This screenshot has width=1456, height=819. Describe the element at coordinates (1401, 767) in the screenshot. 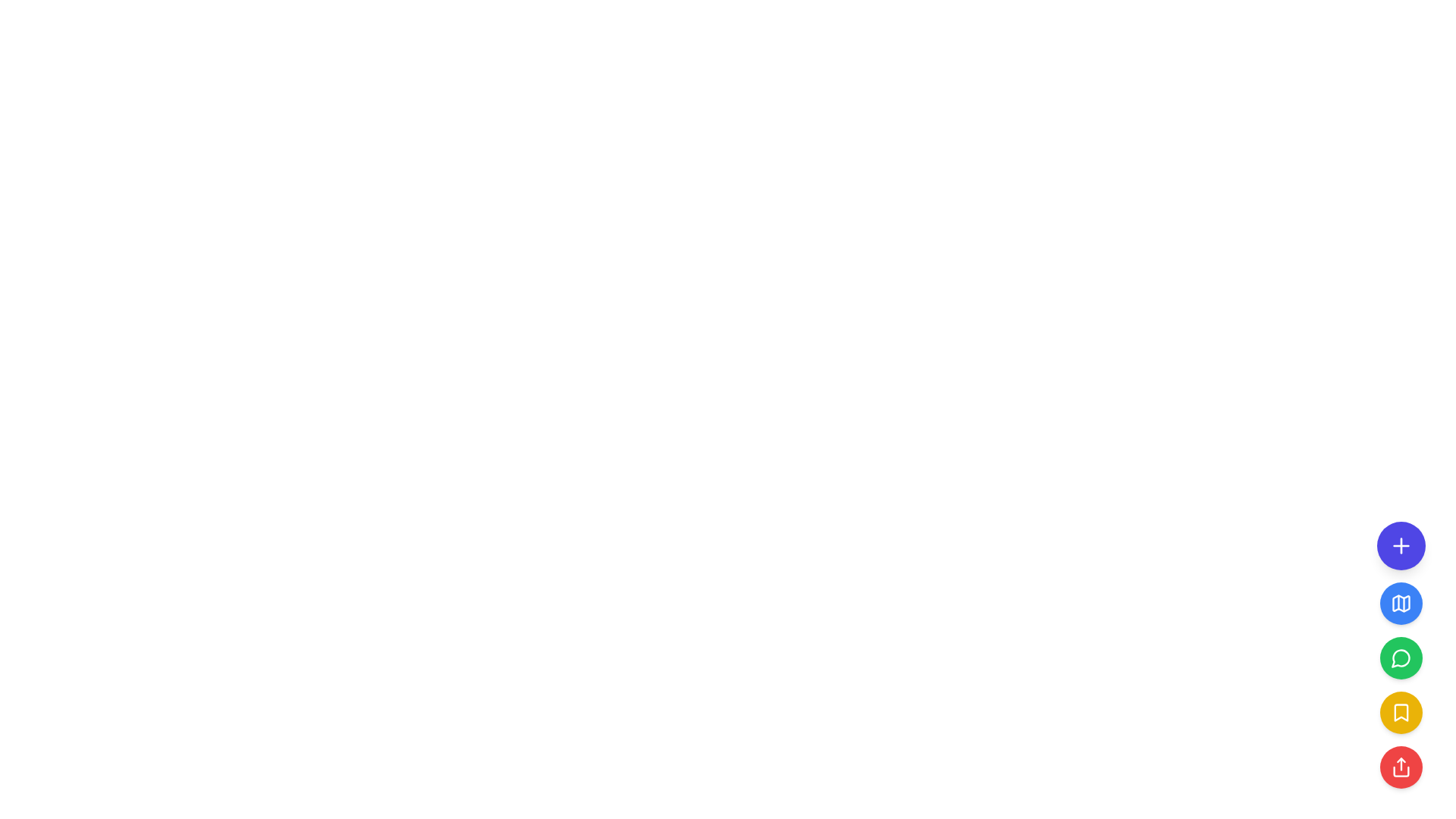

I see `the share icon inside the red circular button located at the bottom of the vertical button group to initiate a share action` at that location.